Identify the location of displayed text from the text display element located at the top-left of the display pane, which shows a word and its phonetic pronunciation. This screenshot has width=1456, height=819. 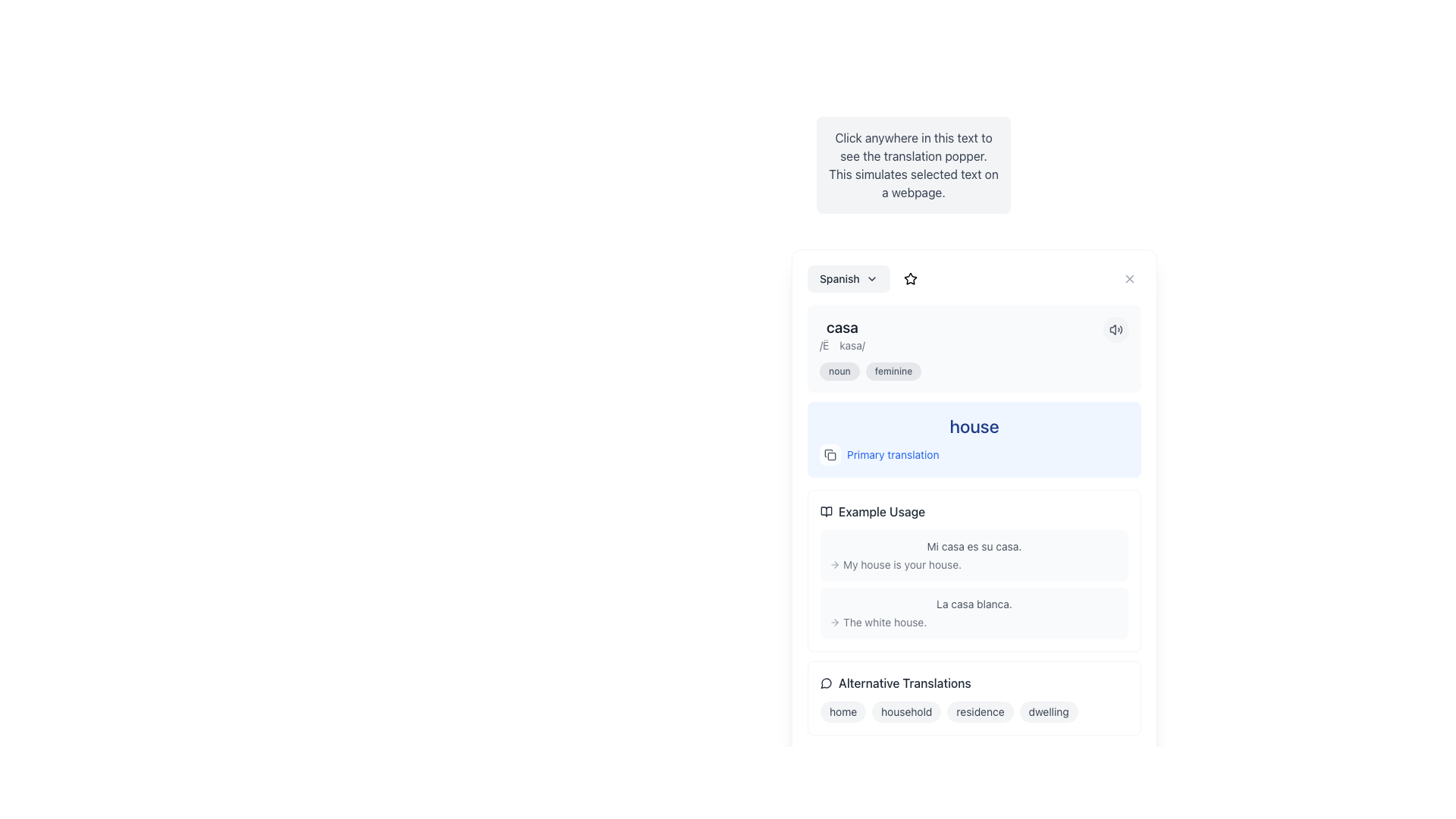
(841, 334).